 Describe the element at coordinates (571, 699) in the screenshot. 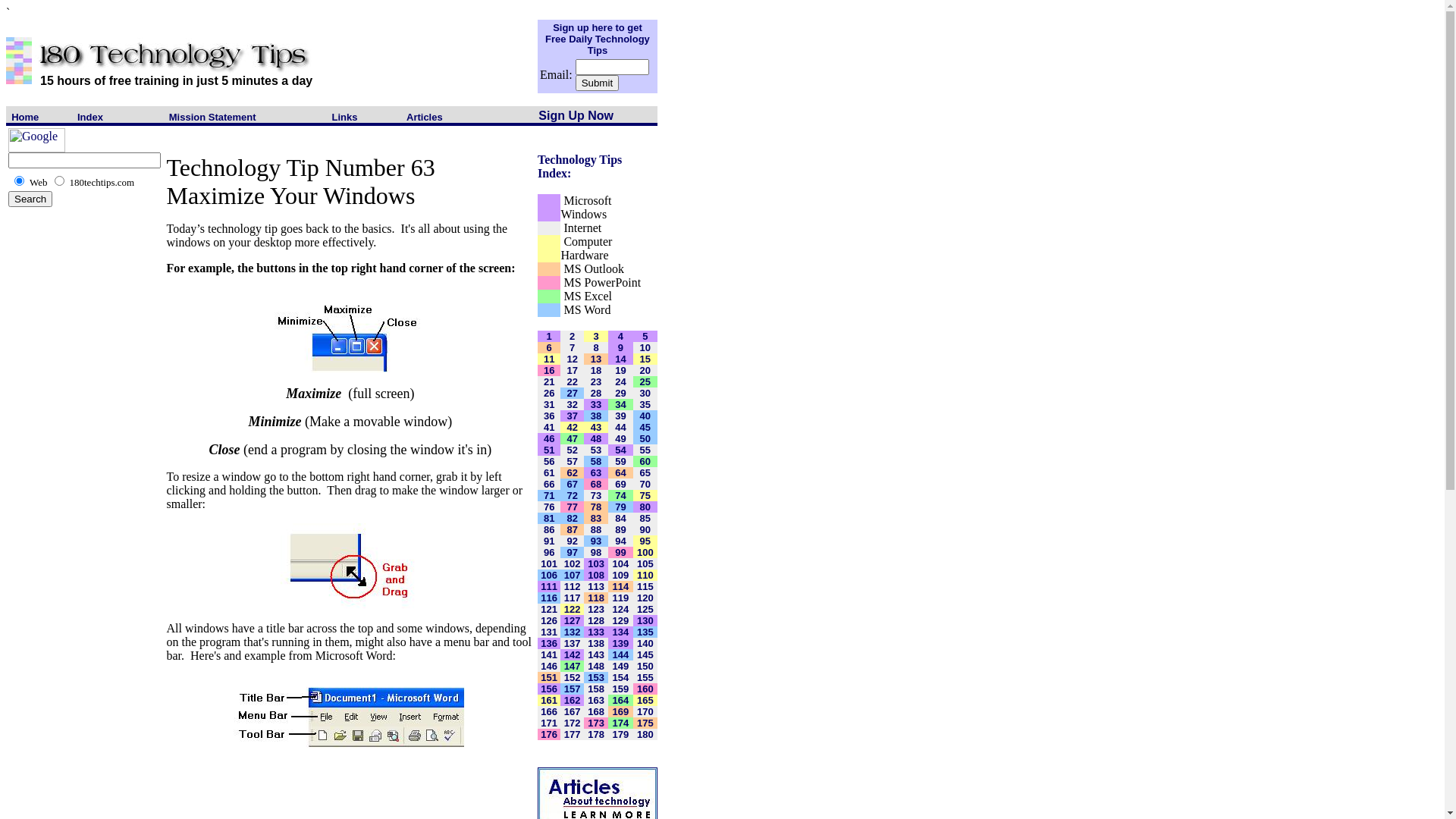

I see `'162'` at that location.